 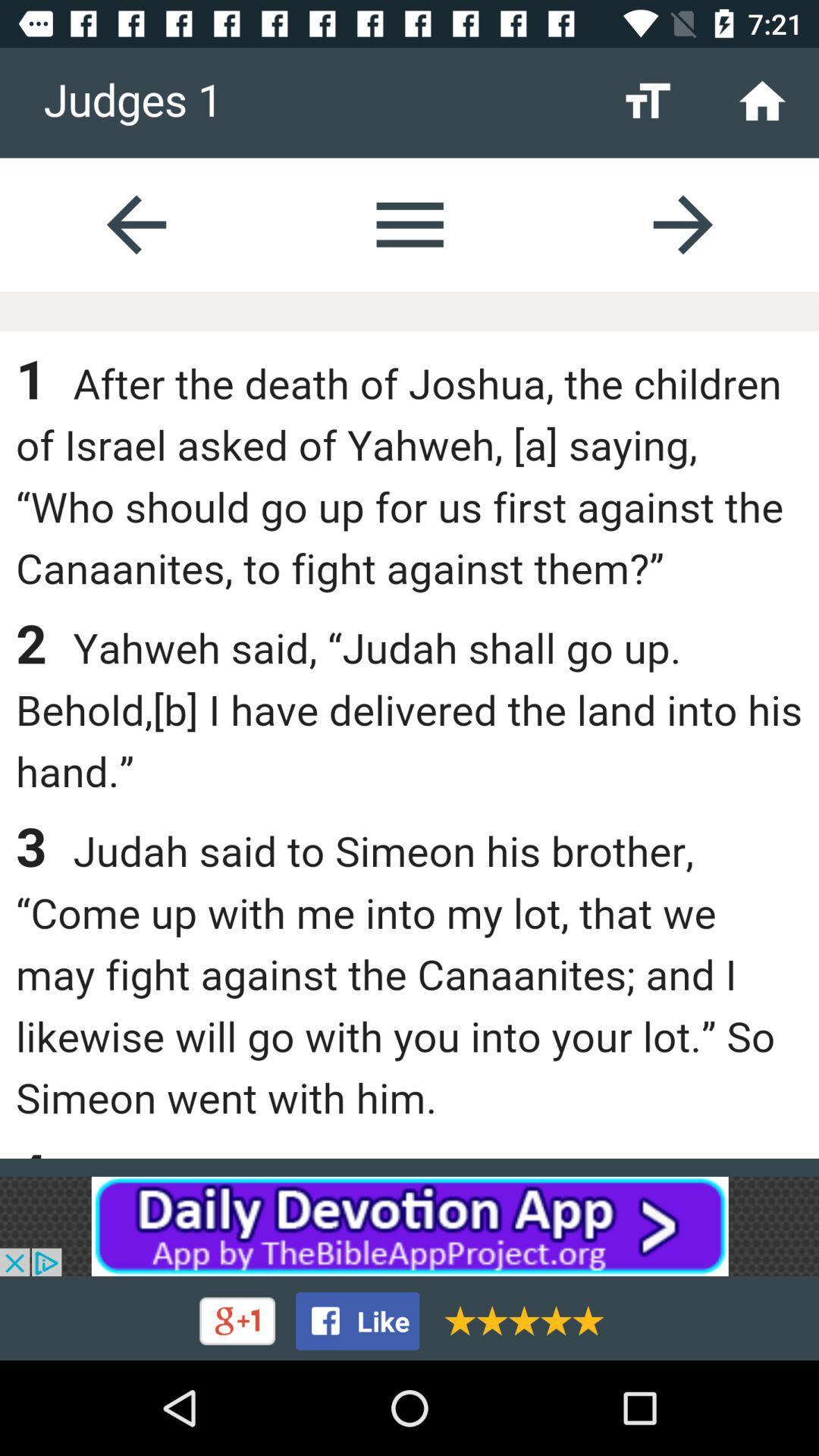 What do you see at coordinates (518, 1319) in the screenshot?
I see `advertisement for rating stars` at bounding box center [518, 1319].